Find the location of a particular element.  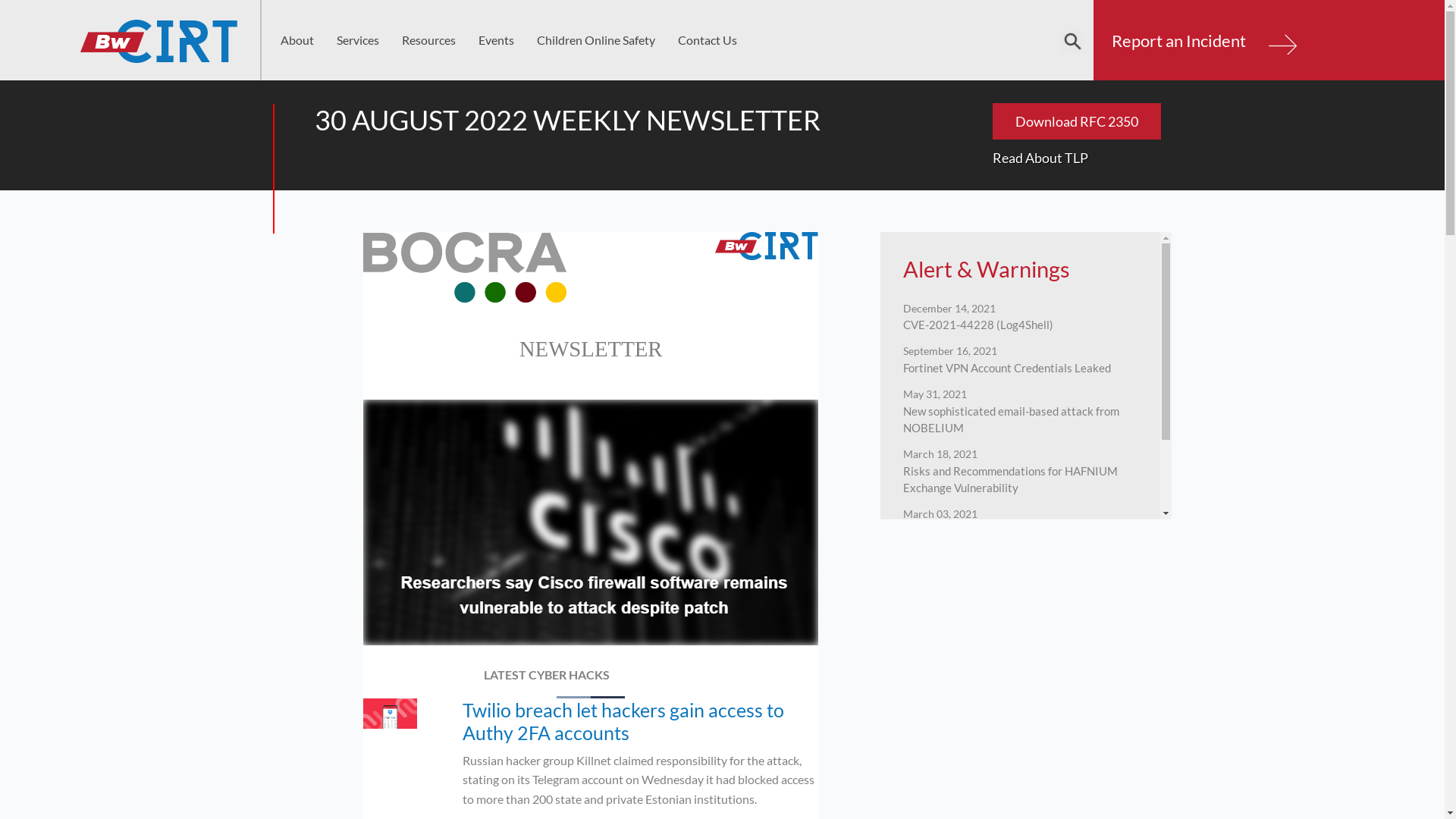

'New sophisticated email-based attack from NOBELIUM' is located at coordinates (1011, 416).